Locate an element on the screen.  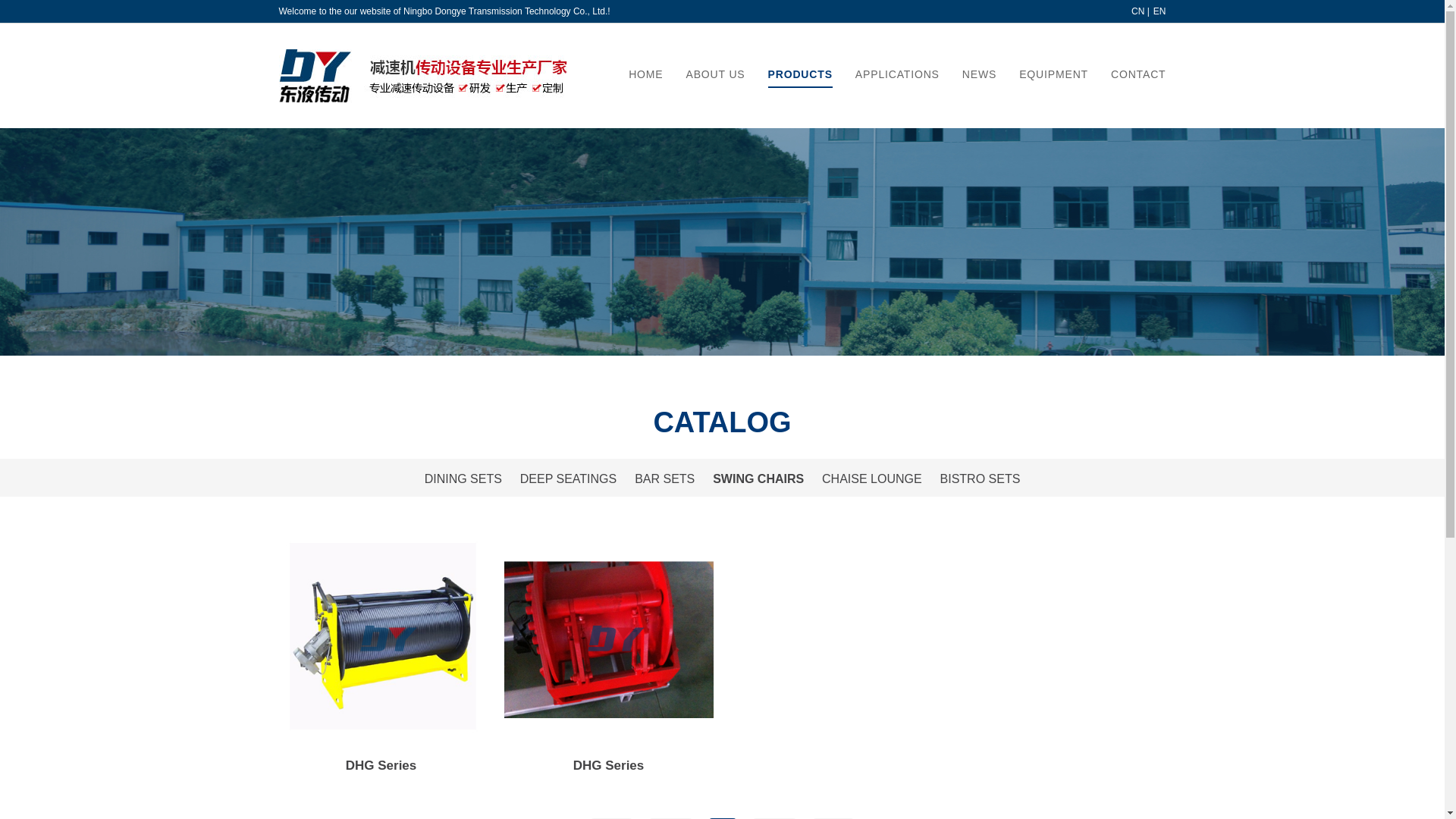
'DEEP SEATINGS' is located at coordinates (520, 479).